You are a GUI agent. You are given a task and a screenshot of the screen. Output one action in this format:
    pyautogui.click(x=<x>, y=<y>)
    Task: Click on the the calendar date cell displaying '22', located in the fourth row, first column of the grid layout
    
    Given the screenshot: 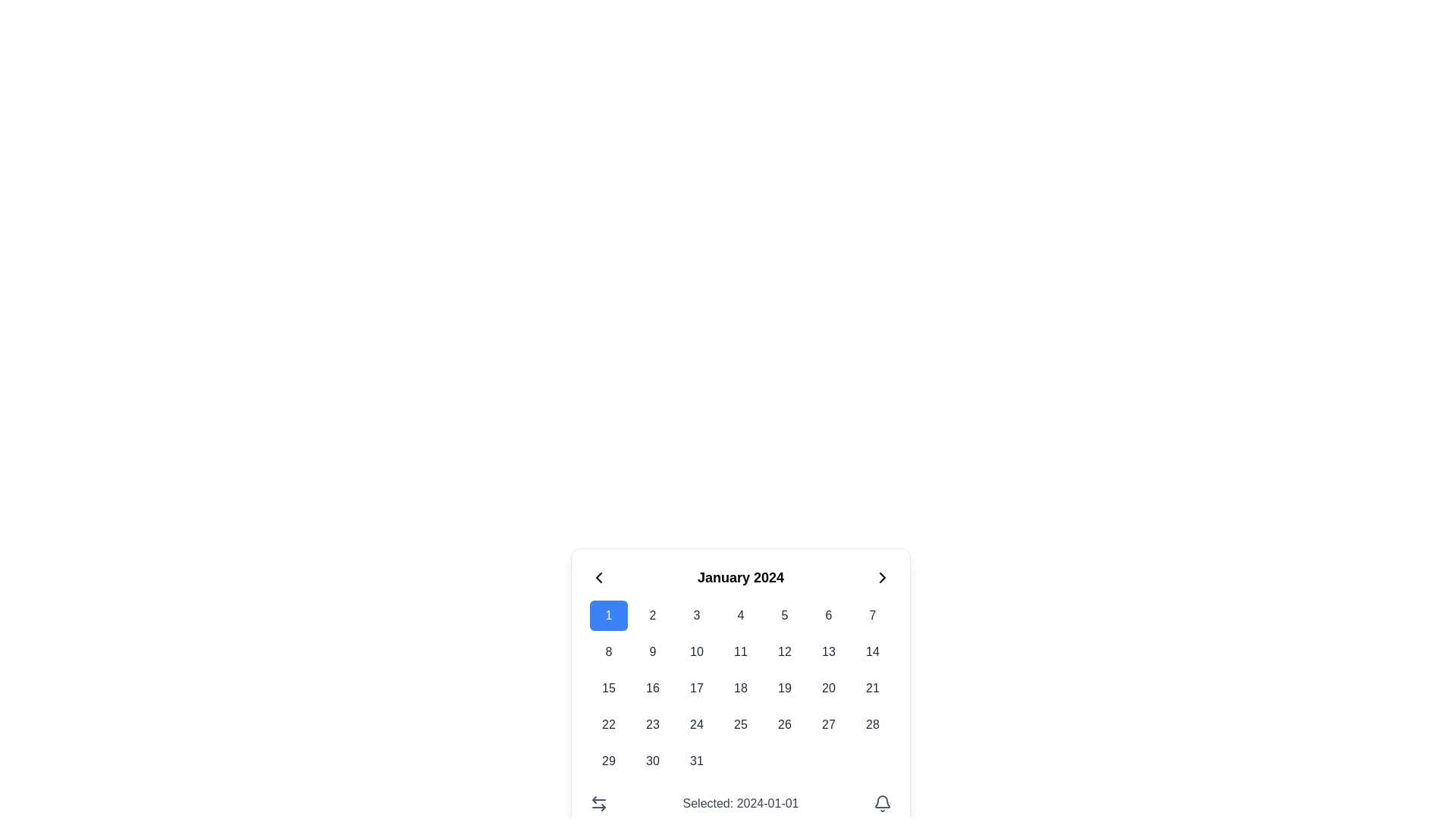 What is the action you would take?
    pyautogui.click(x=608, y=724)
    